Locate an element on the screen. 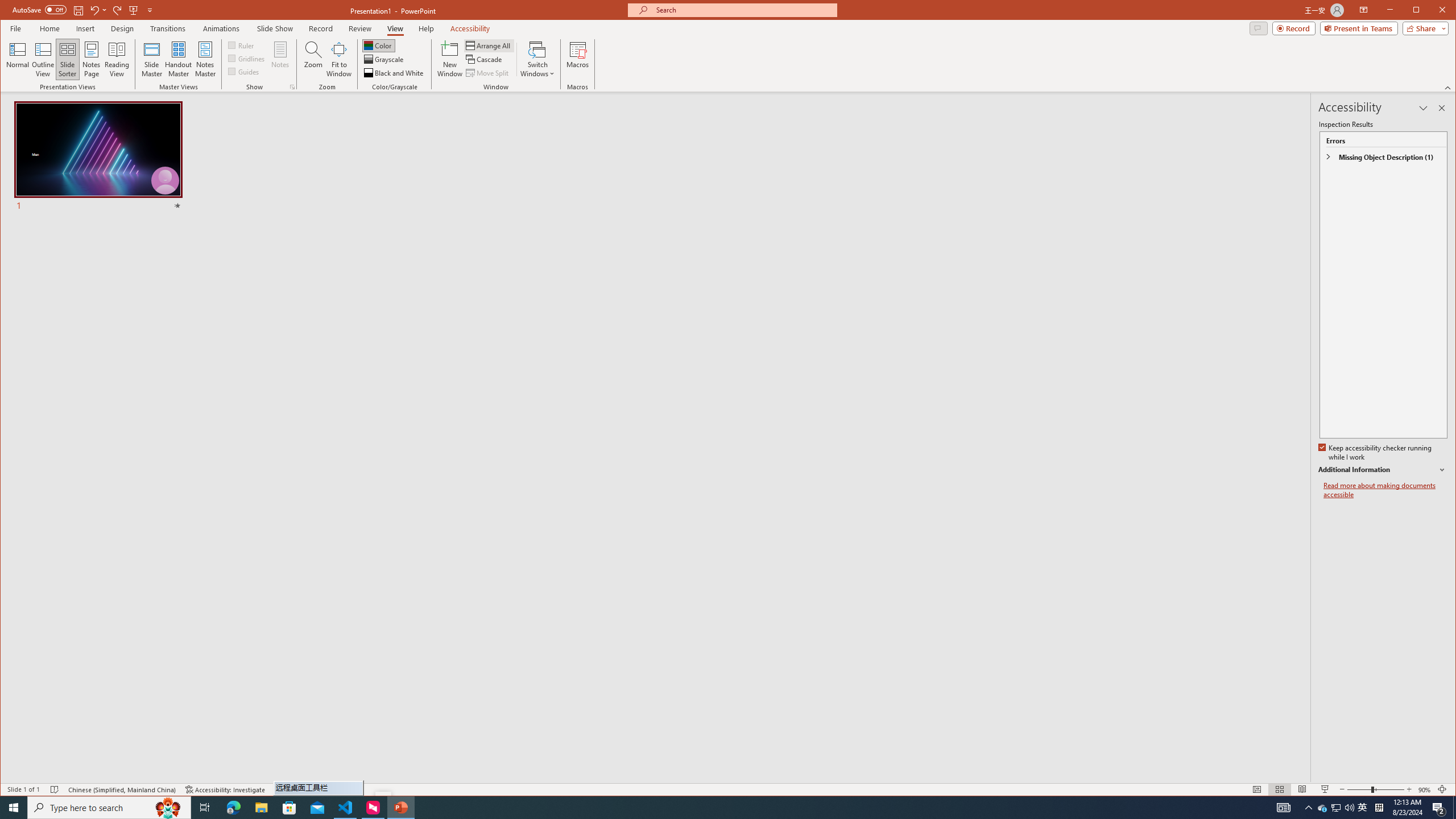  'Guides' is located at coordinates (243, 71).